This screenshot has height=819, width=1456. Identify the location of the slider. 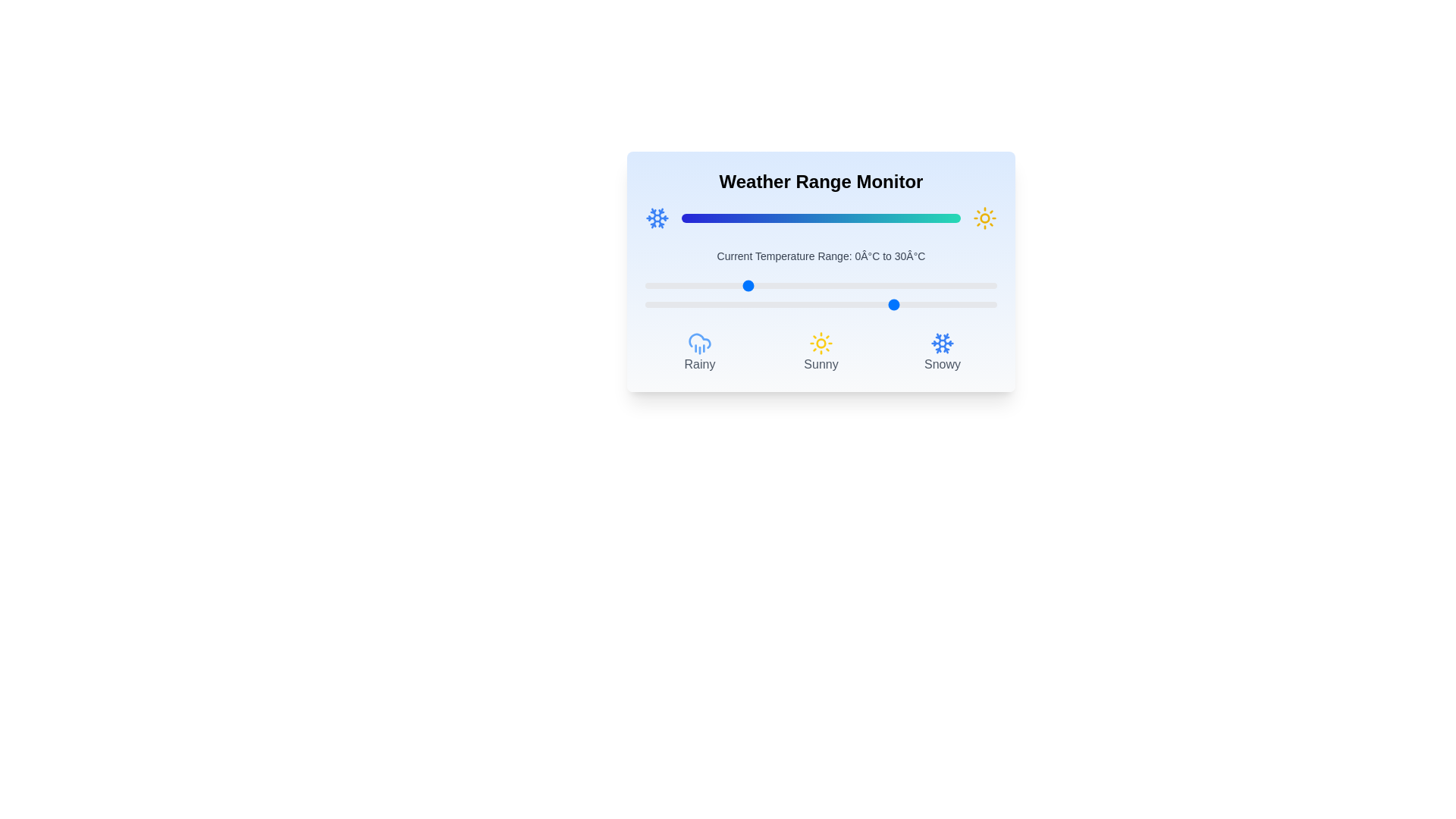
(695, 286).